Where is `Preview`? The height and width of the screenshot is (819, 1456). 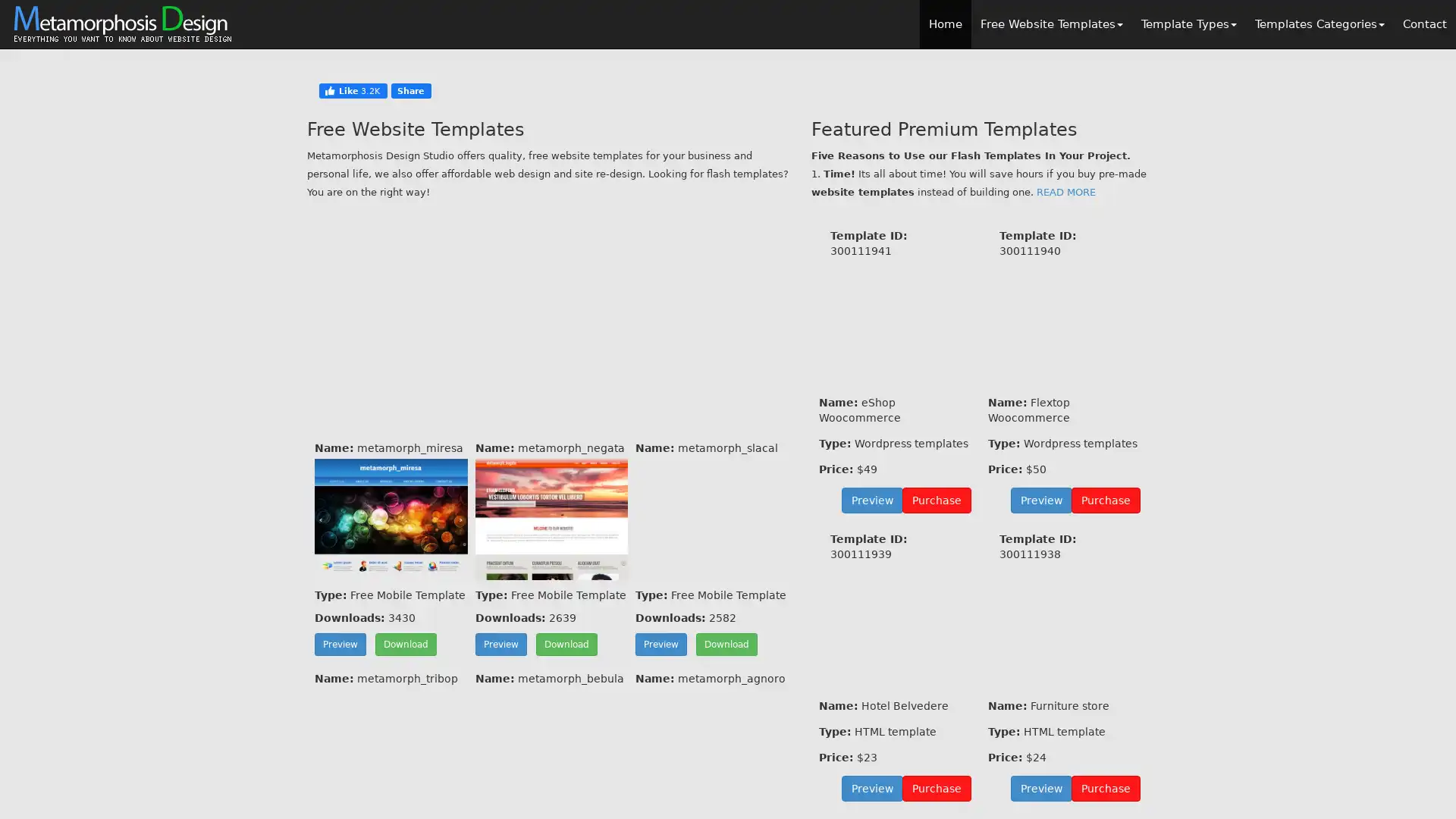 Preview is located at coordinates (872, 788).